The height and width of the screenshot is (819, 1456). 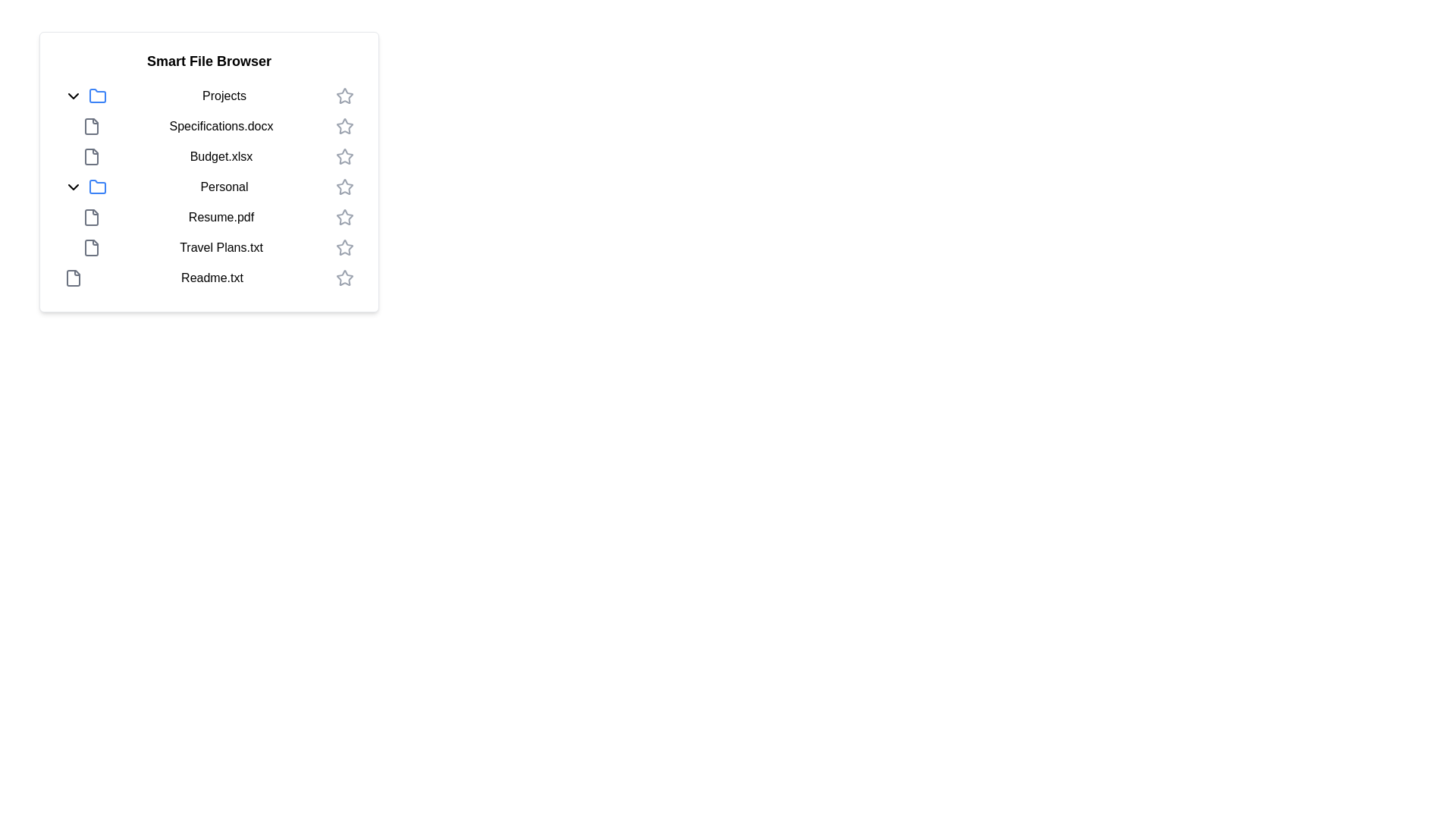 What do you see at coordinates (344, 217) in the screenshot?
I see `the fifth star icon button associated with the 'Resume.pdf' file` at bounding box center [344, 217].